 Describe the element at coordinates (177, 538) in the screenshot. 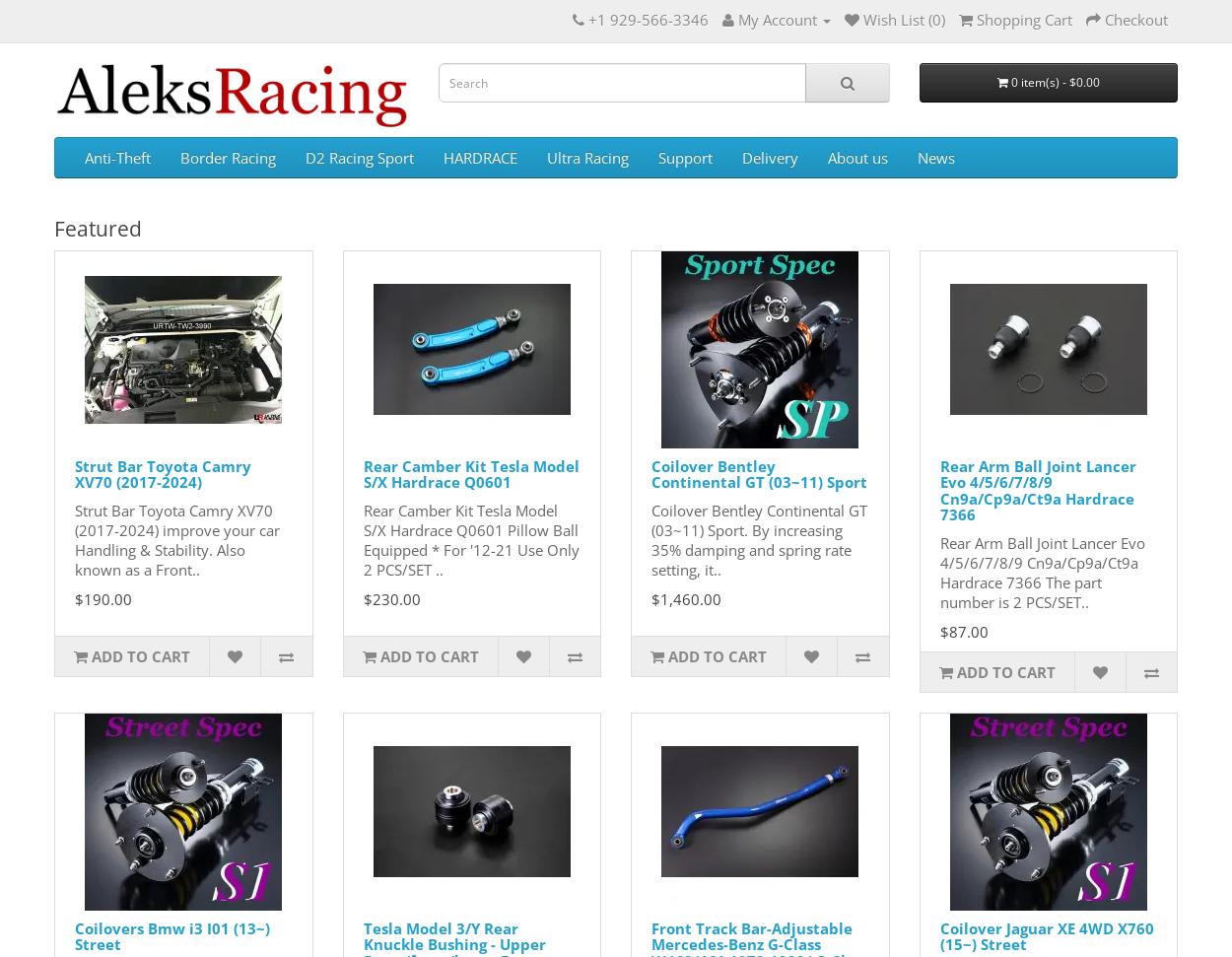

I see `'Strut Bar Toyota Camry XV70 (2017-2024) improve your car Handling & Stability. Also known as a Front..'` at that location.